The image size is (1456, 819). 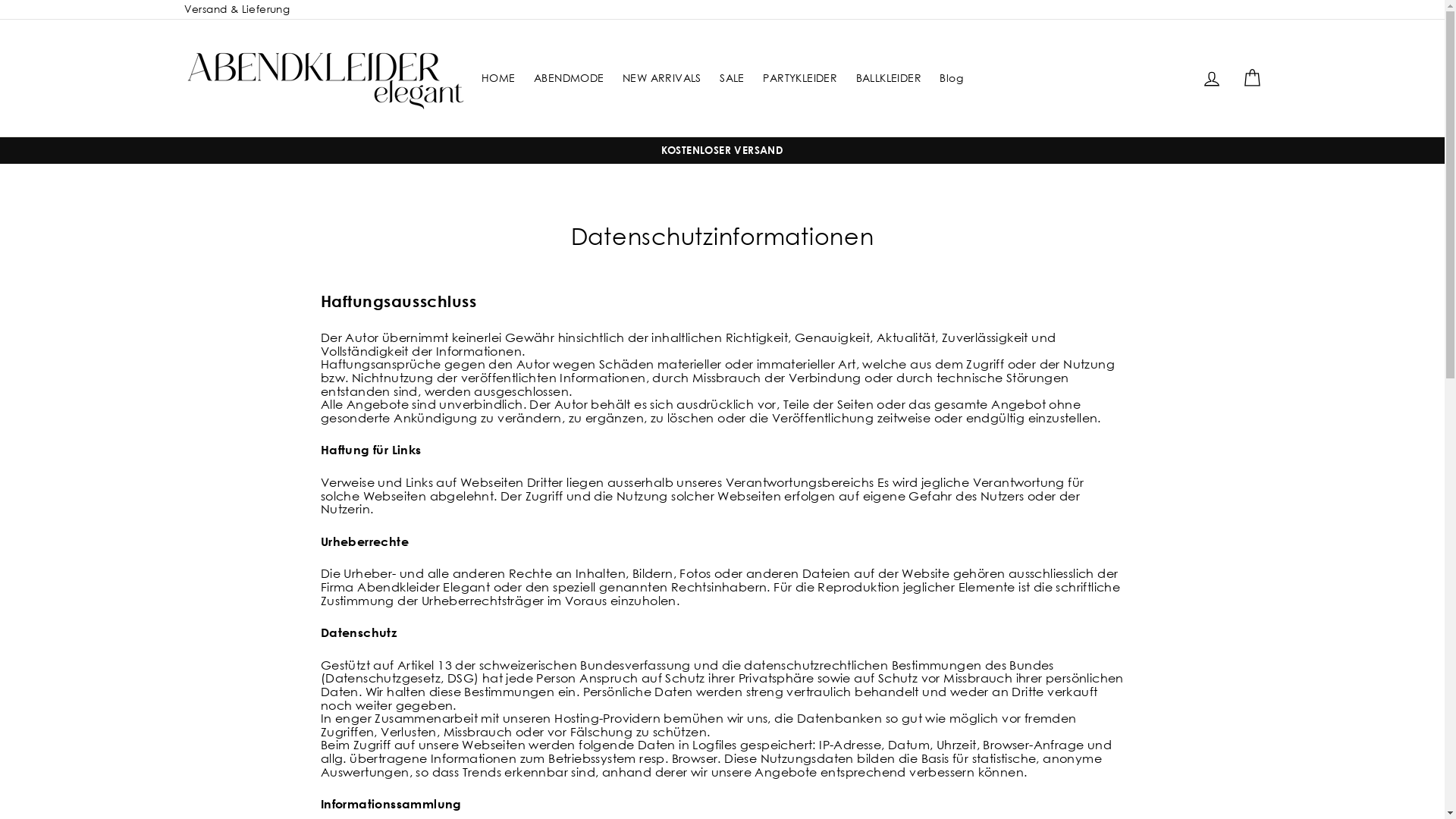 I want to click on 'Einkaufswagen', so click(x=1251, y=77).